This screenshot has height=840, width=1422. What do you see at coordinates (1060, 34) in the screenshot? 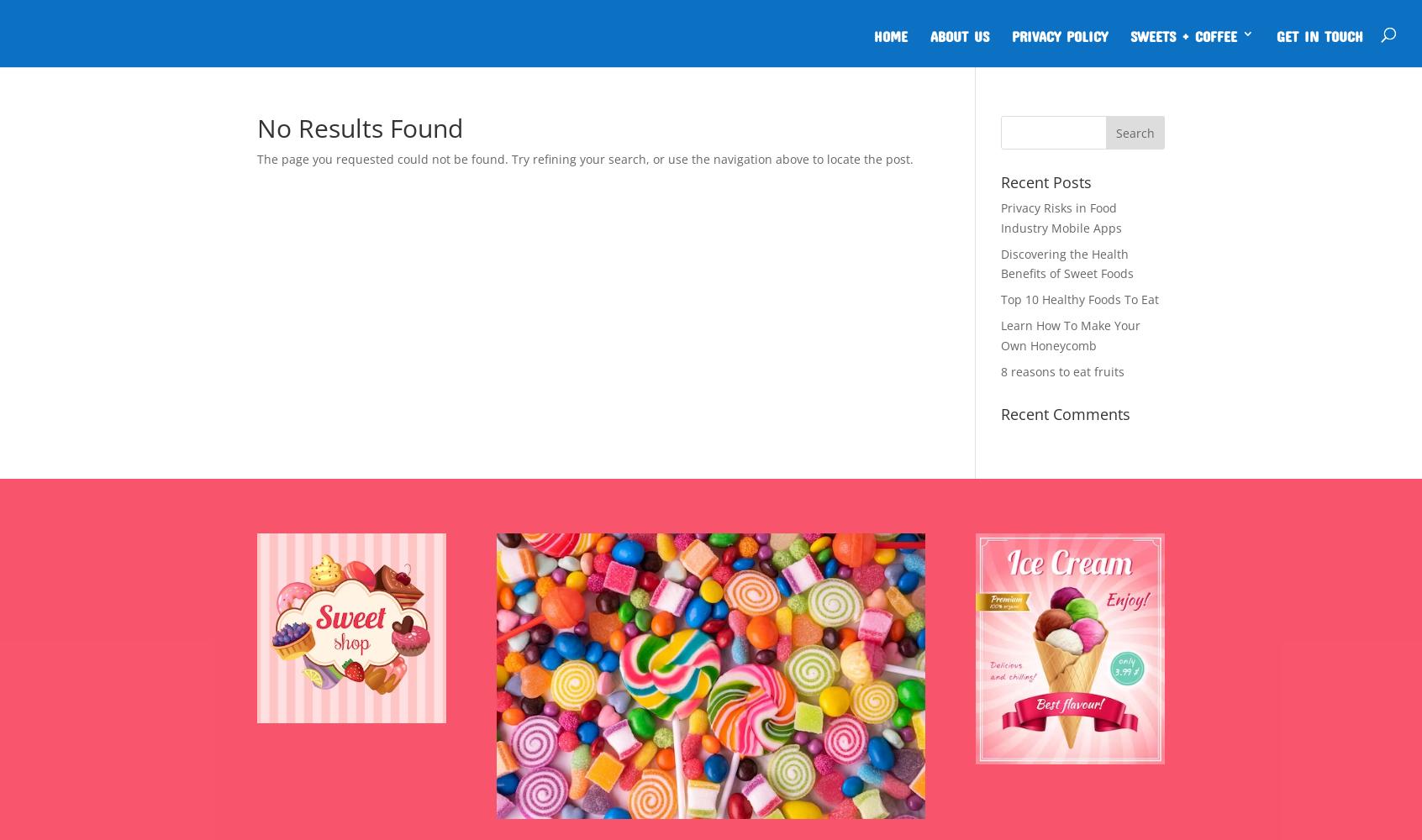
I see `'Privacy Policy'` at bounding box center [1060, 34].